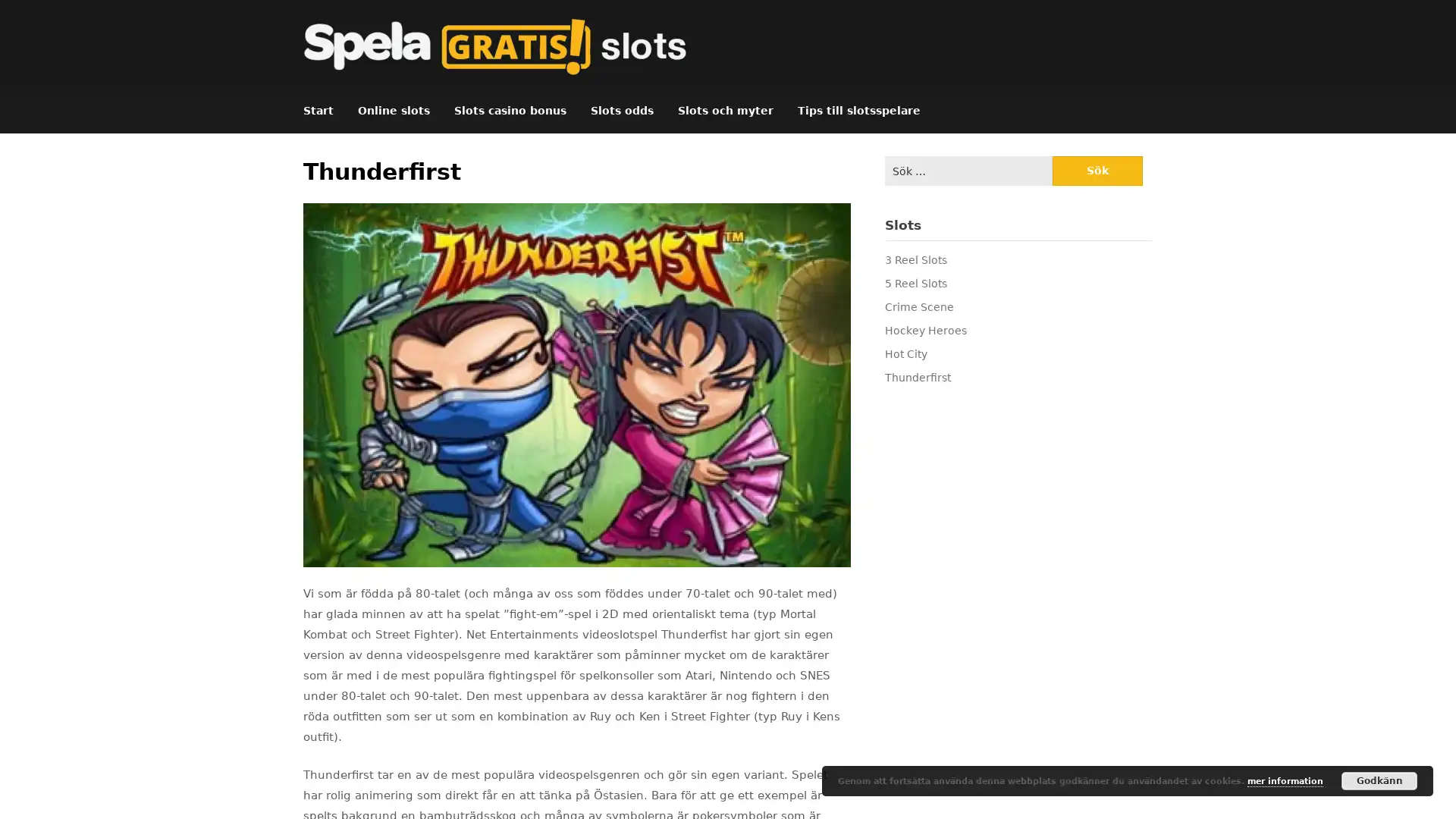 Image resolution: width=1456 pixels, height=819 pixels. What do you see at coordinates (1379, 780) in the screenshot?
I see `Godkann` at bounding box center [1379, 780].